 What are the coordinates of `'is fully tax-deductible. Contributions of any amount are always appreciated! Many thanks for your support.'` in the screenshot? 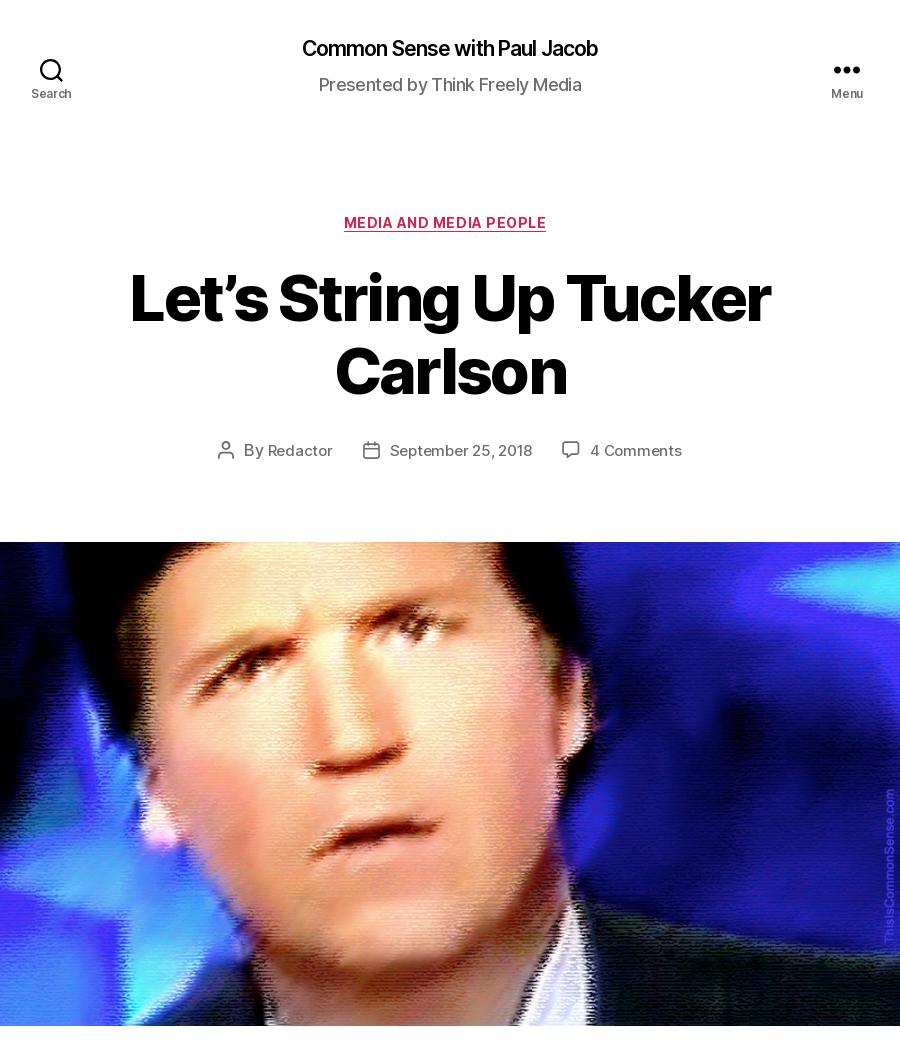 It's located at (657, 589).